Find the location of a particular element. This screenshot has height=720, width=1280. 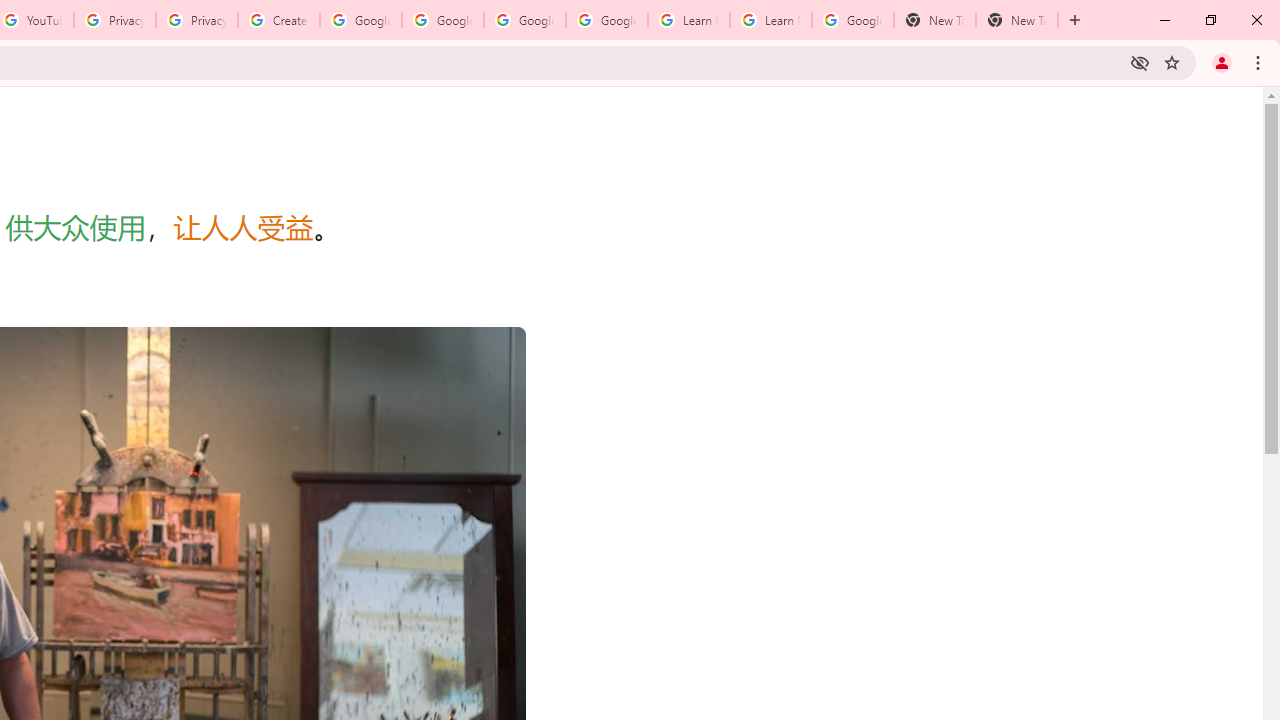

'Create your Google Account' is located at coordinates (278, 20).